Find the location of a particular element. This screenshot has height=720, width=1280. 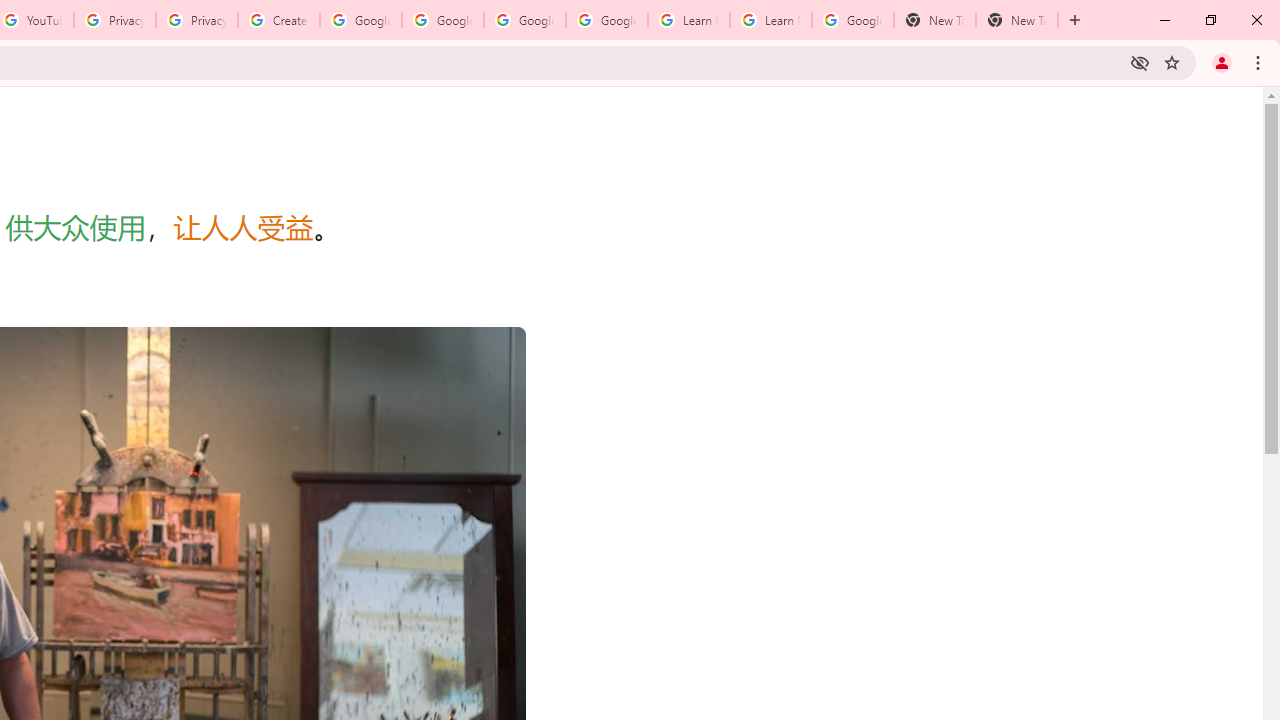

'Create your Google Account' is located at coordinates (278, 20).